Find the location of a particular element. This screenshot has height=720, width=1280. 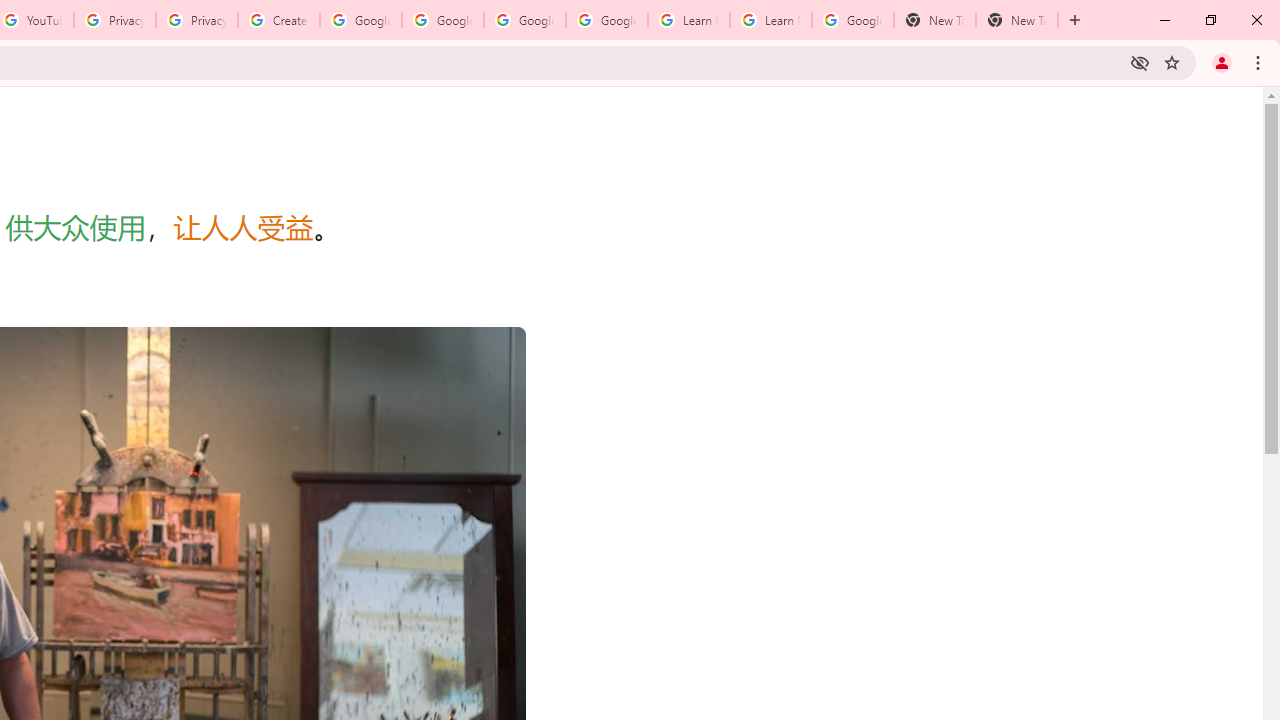

'Create your Google Account' is located at coordinates (278, 20).